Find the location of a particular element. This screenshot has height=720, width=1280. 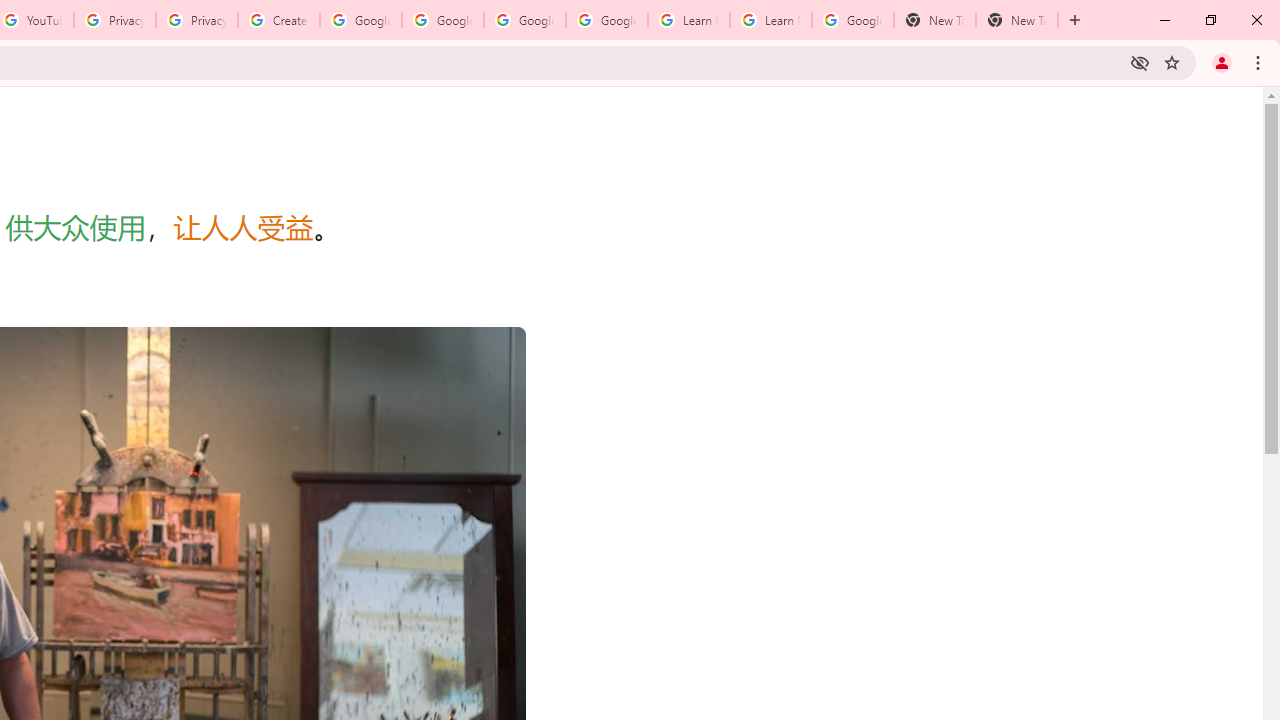

'Create your Google Account' is located at coordinates (278, 20).